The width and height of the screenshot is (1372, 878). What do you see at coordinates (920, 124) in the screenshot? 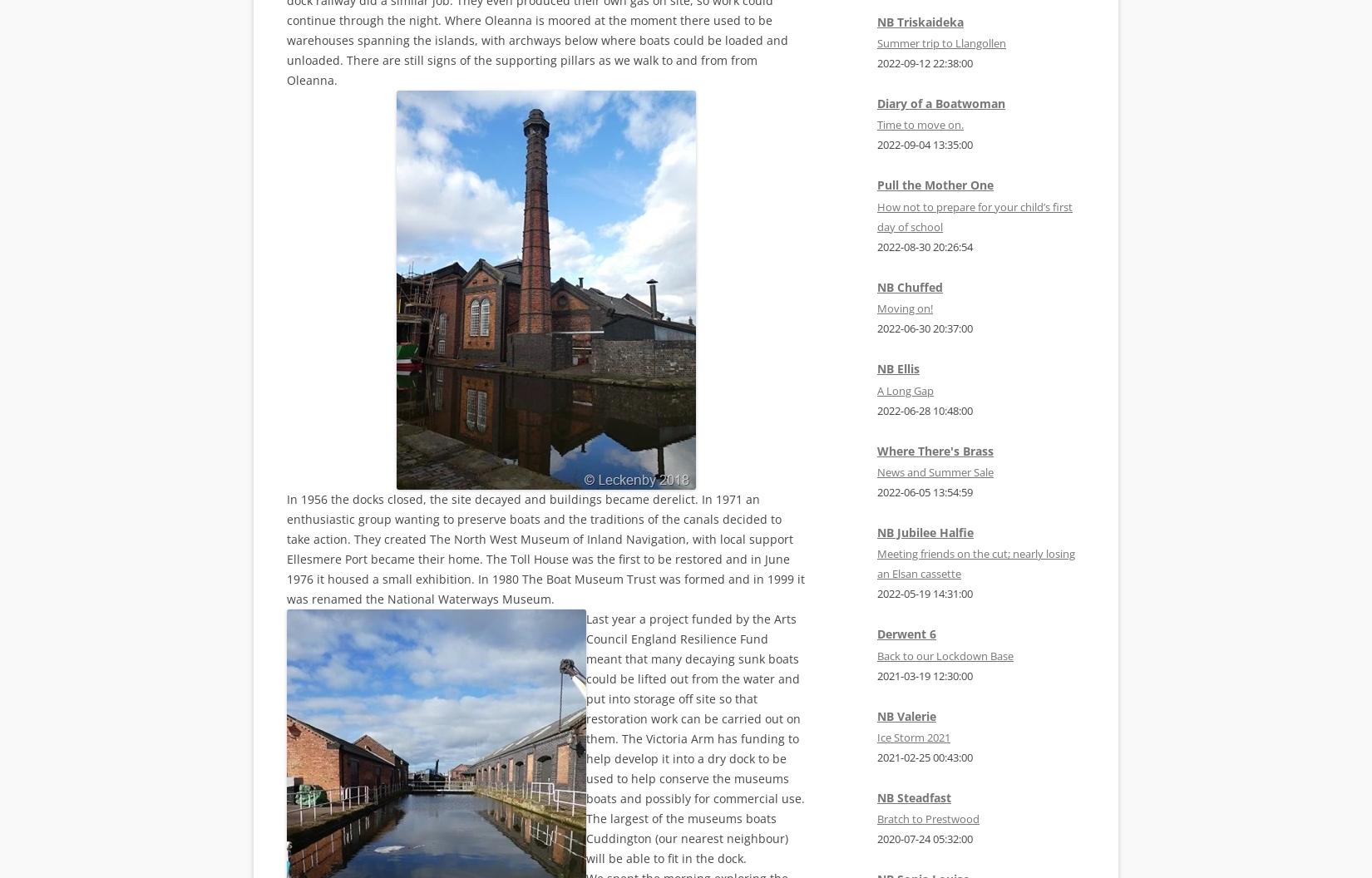
I see `'Time to move on.'` at bounding box center [920, 124].